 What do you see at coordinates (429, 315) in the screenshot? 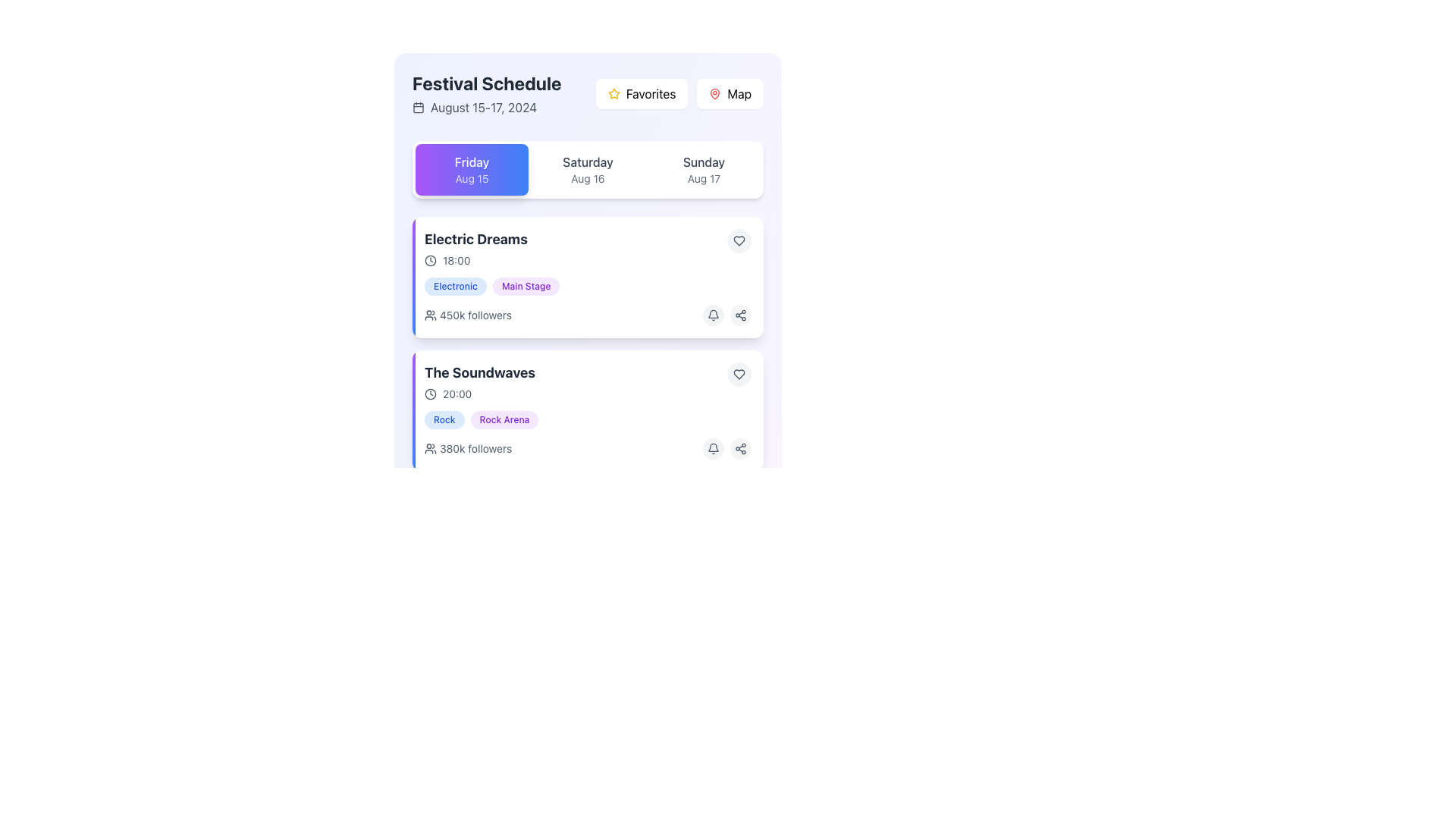
I see `the icon representing a group of people, located to the left of the text '450k followers' in the first card of the schedule list` at bounding box center [429, 315].